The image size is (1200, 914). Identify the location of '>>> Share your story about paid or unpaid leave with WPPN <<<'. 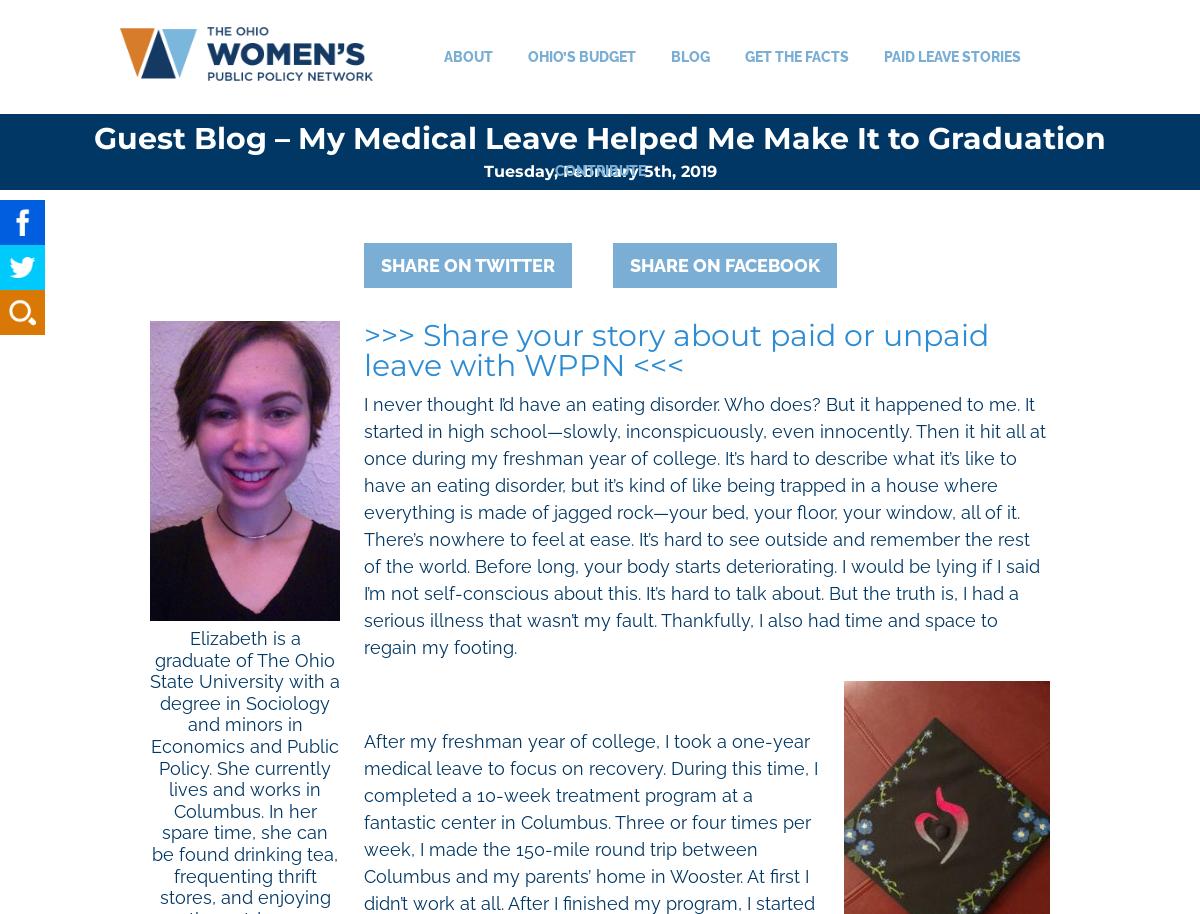
(363, 349).